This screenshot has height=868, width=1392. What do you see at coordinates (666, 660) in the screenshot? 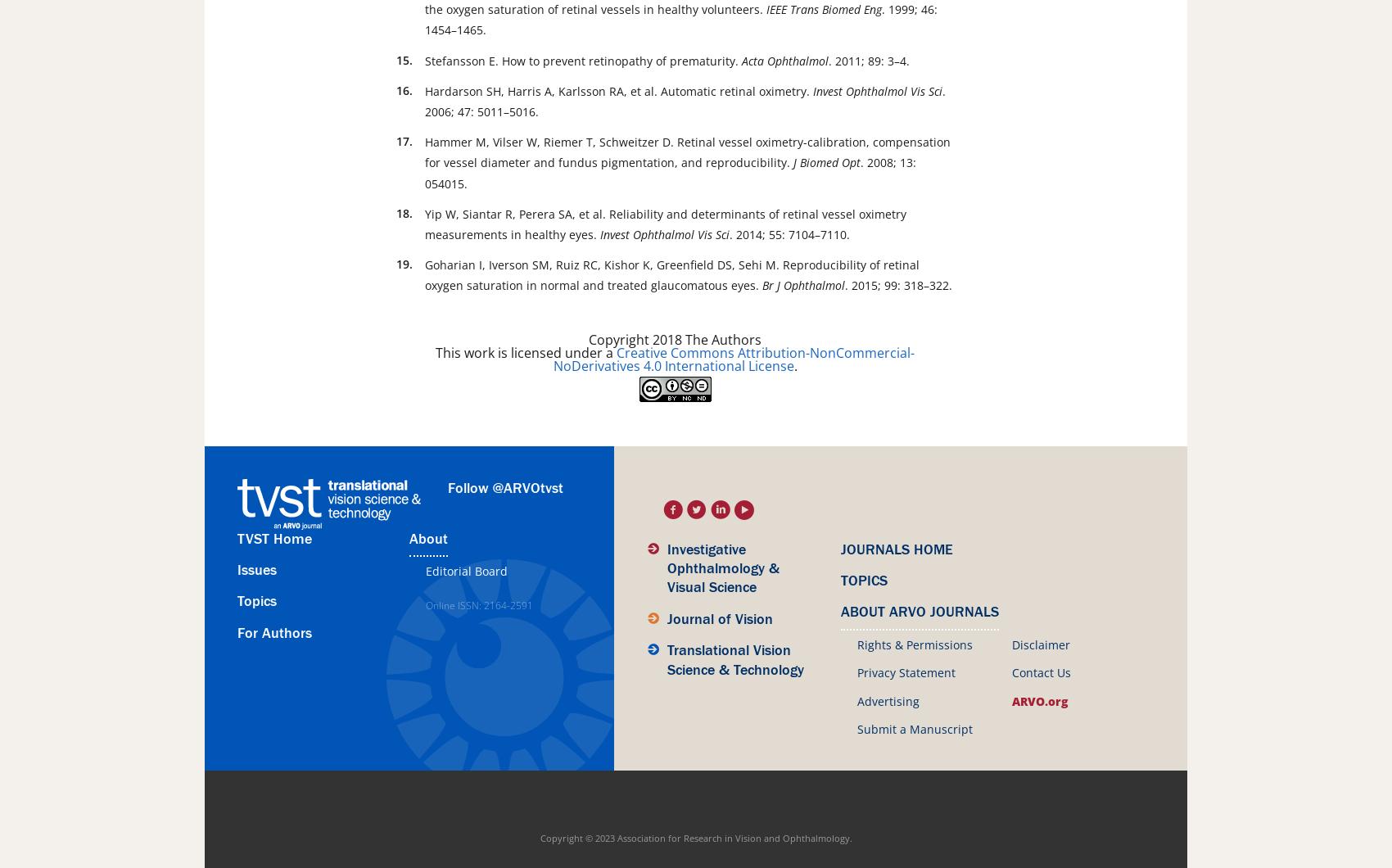
I see `'Translational Vision Science & Technology'` at bounding box center [666, 660].